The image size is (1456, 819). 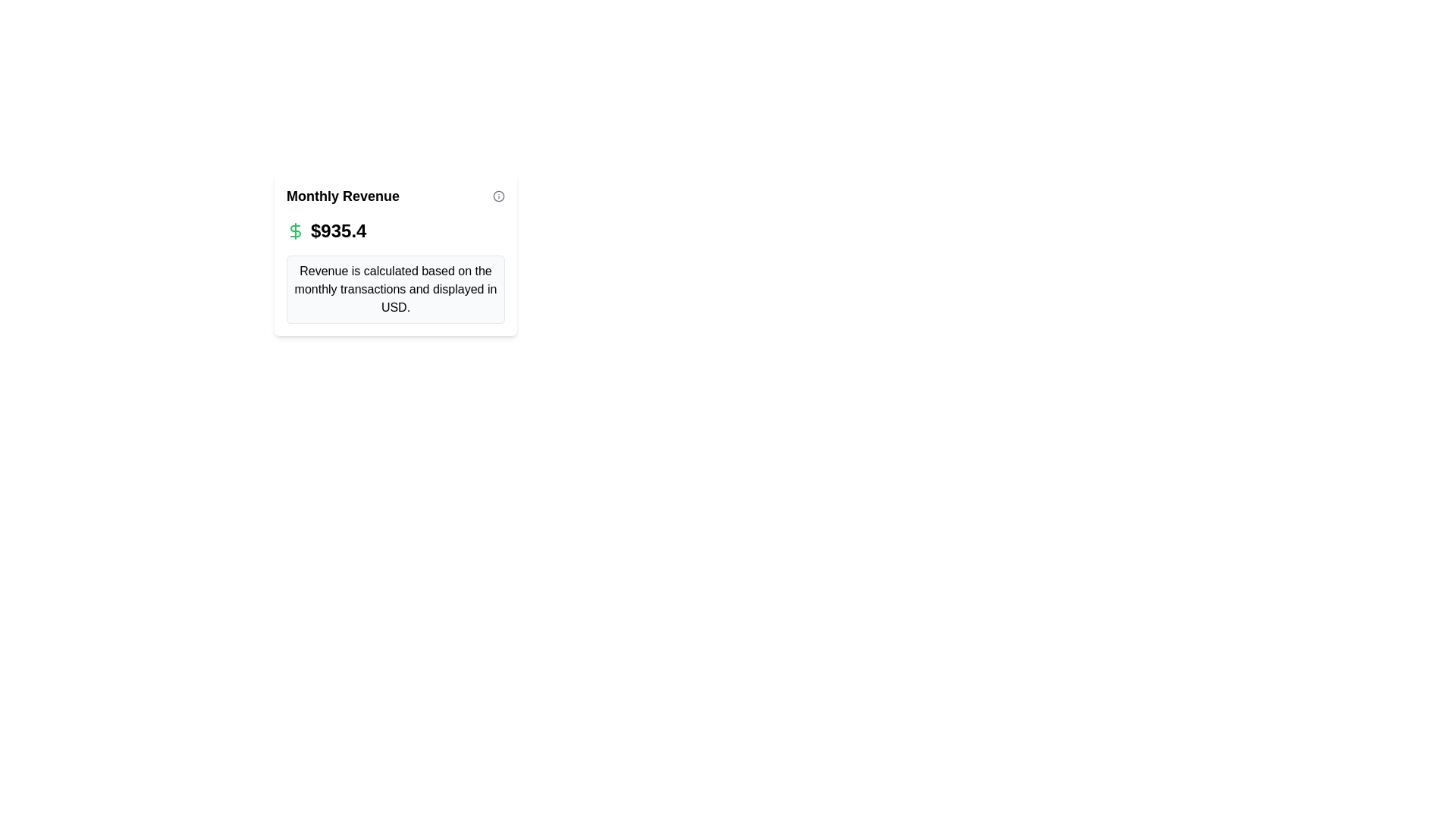 I want to click on the circular portion of the SVG graphic located at the top-right corner of the 'Monthly Revenue' card, so click(x=498, y=195).